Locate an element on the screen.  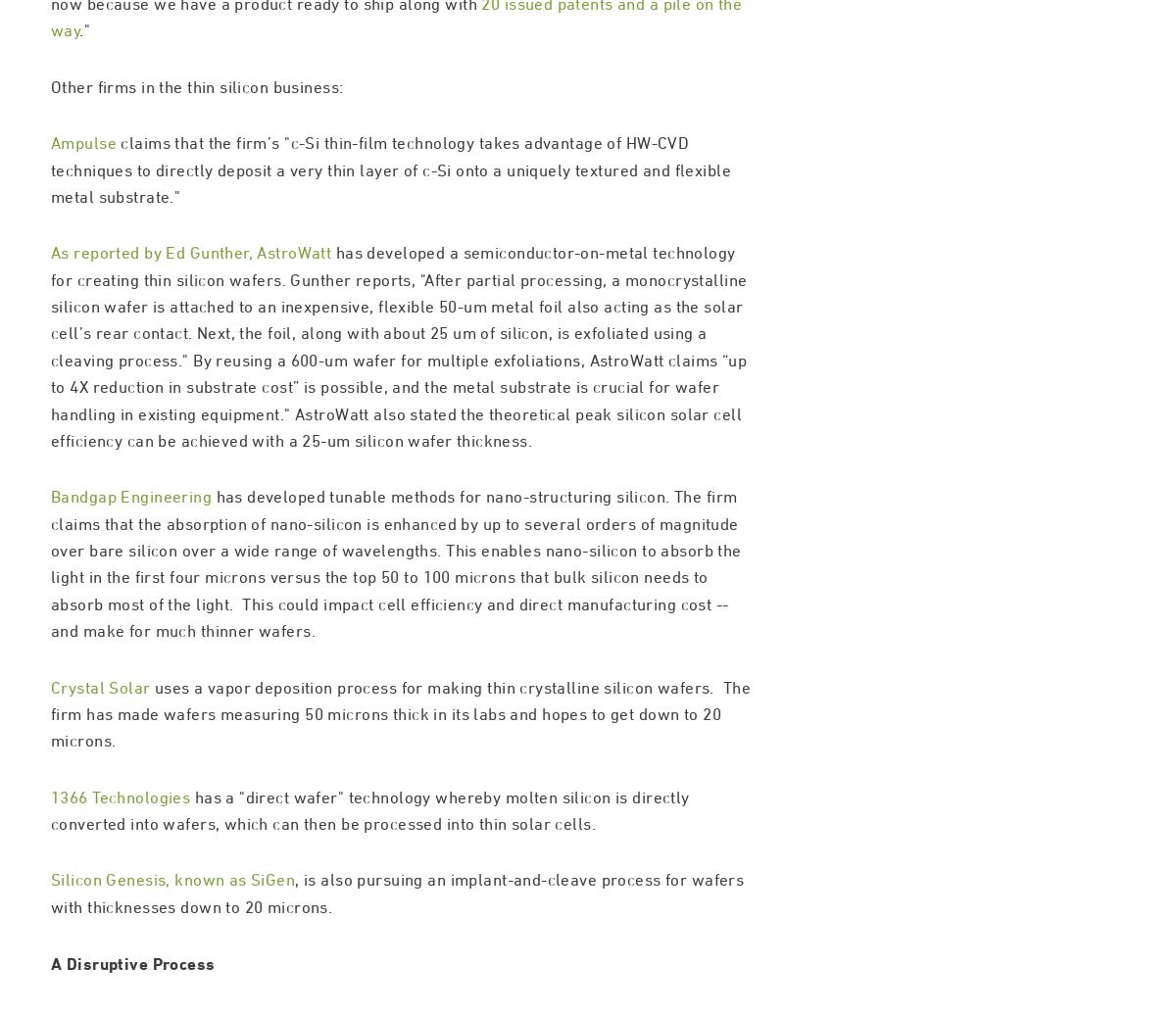
'has developed tunable methods for nano-structuring silicon. The firm claims that the absorption of nano-silicon is enhanced by up to several orders of magnitude over bare silicon over a wide range of wavelengths. This enables nano-silicon to absorb the light in the first four microns versus the top 50 to 100 microns that bulk silicon needs to absorb most of the light.  This could impact cell efficiency and direct manufacturing cost -- and make for much thinner wafers.' is located at coordinates (396, 646).